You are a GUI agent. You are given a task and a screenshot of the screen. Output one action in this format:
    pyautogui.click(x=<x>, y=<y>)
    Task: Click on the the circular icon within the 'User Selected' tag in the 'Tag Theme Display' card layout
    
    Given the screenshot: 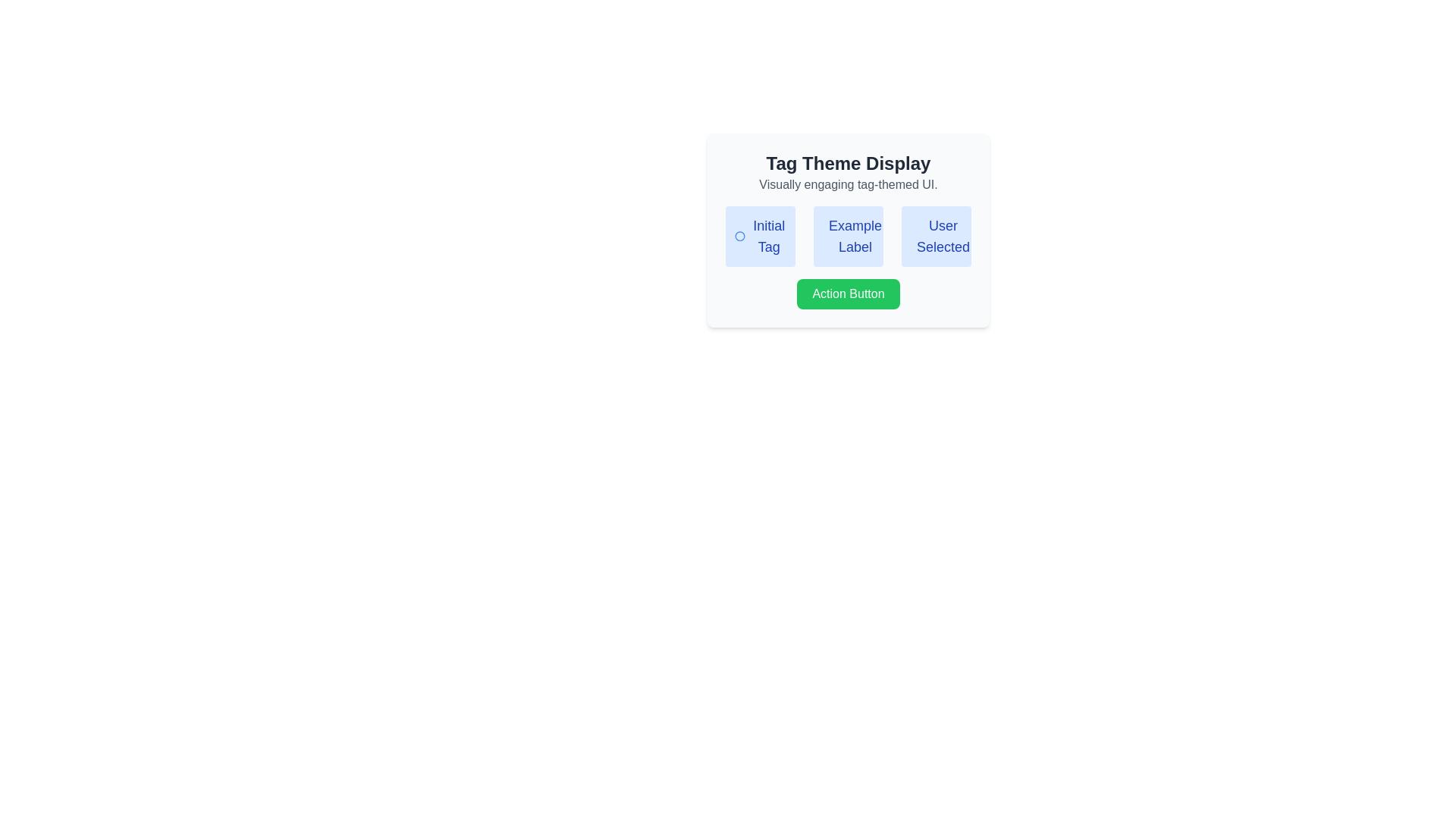 What is the action you would take?
    pyautogui.click(x=919, y=237)
    